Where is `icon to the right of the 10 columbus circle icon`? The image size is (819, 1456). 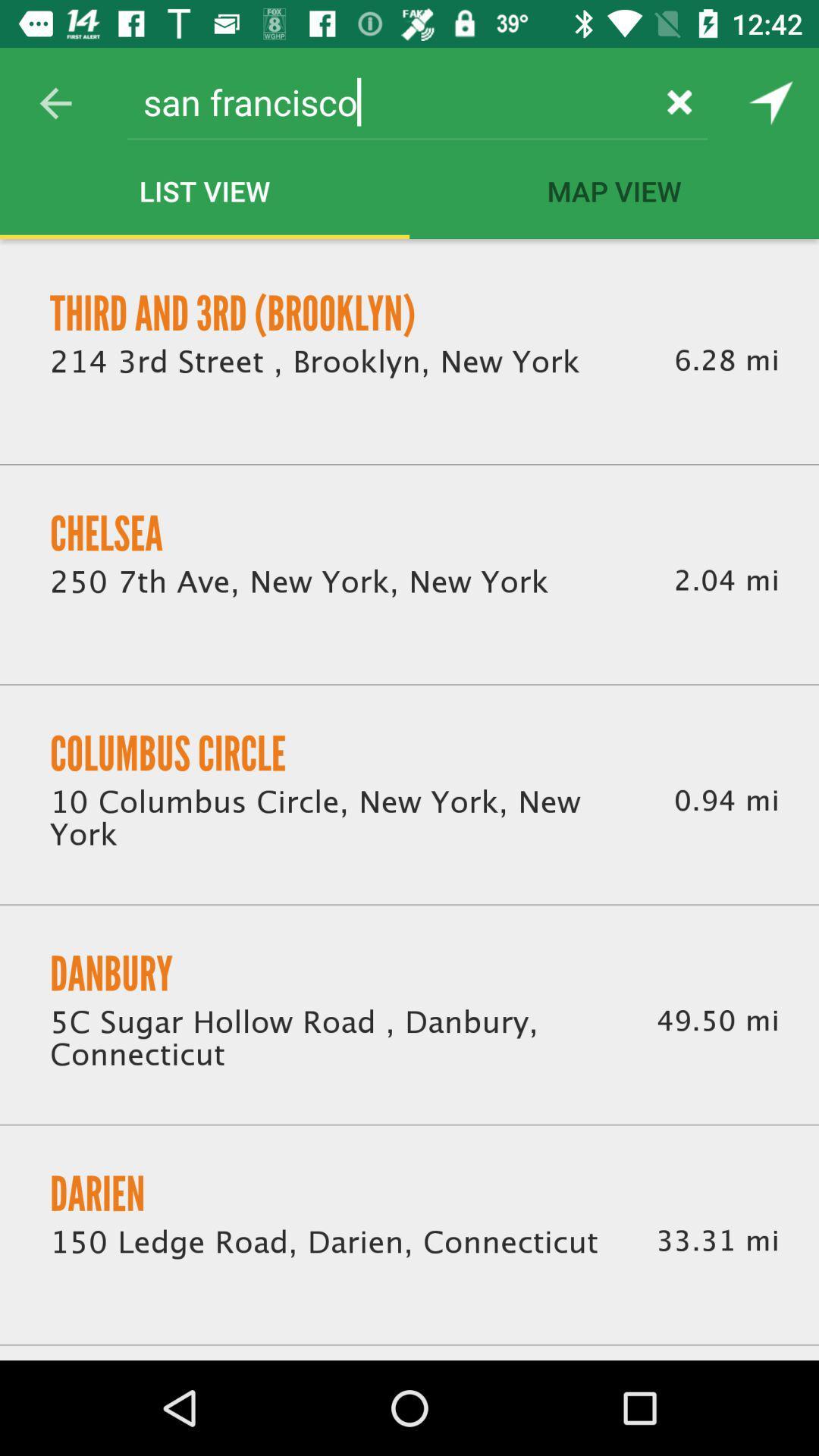 icon to the right of the 10 columbus circle icon is located at coordinates (726, 800).